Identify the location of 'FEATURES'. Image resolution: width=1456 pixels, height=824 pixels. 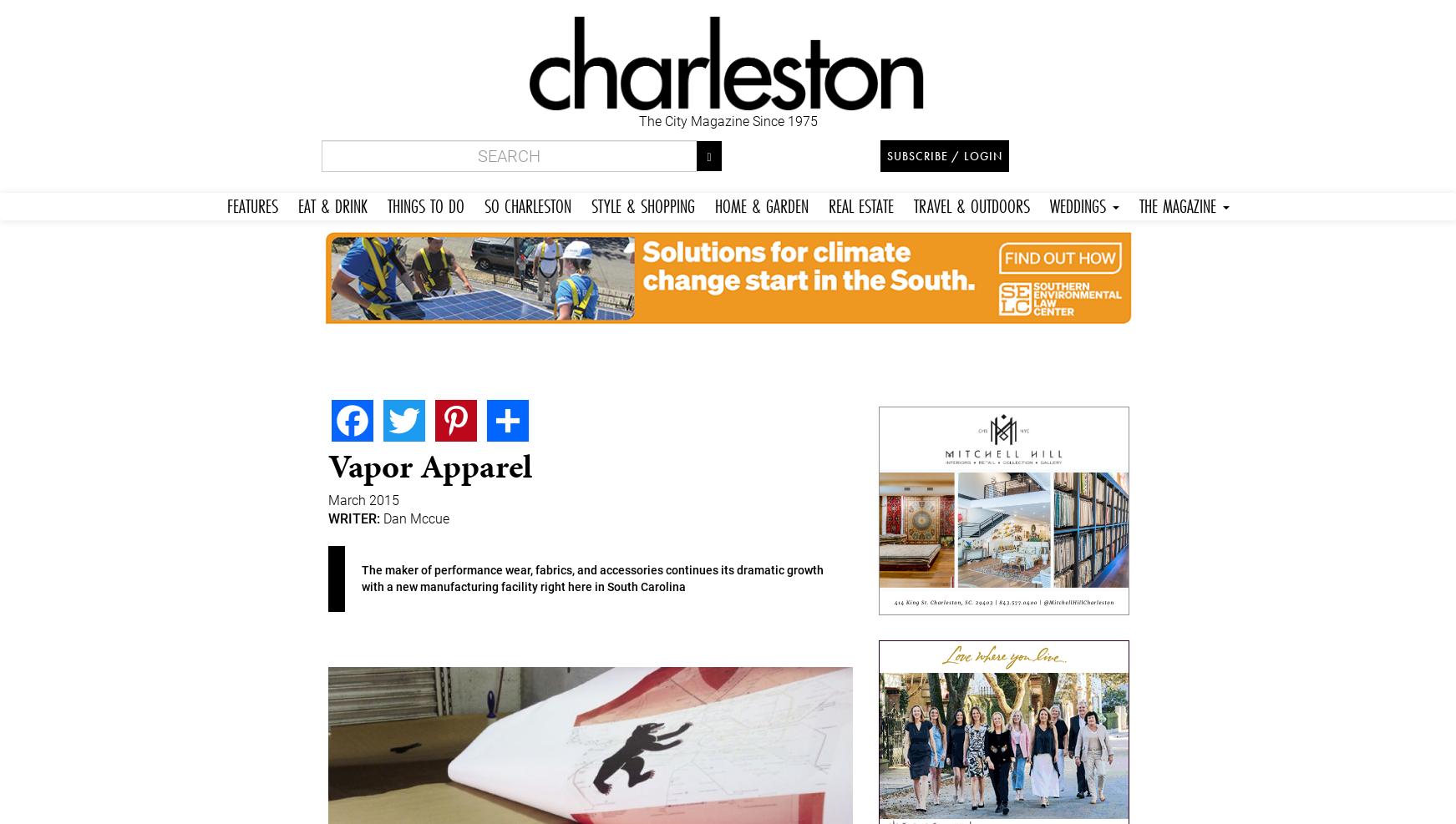
(251, 205).